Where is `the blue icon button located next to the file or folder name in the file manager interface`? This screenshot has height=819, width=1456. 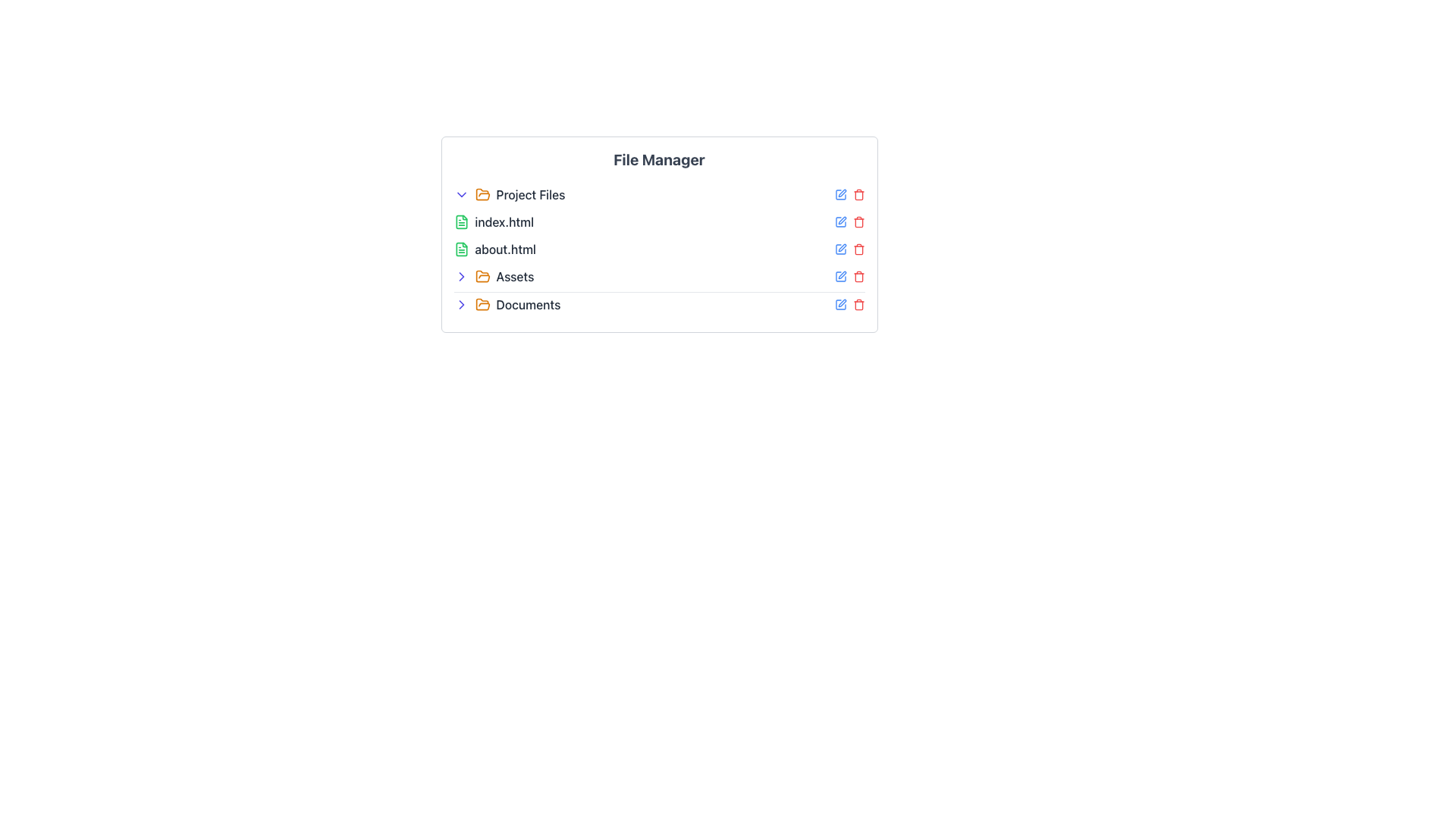
the blue icon button located next to the file or folder name in the file manager interface is located at coordinates (839, 304).